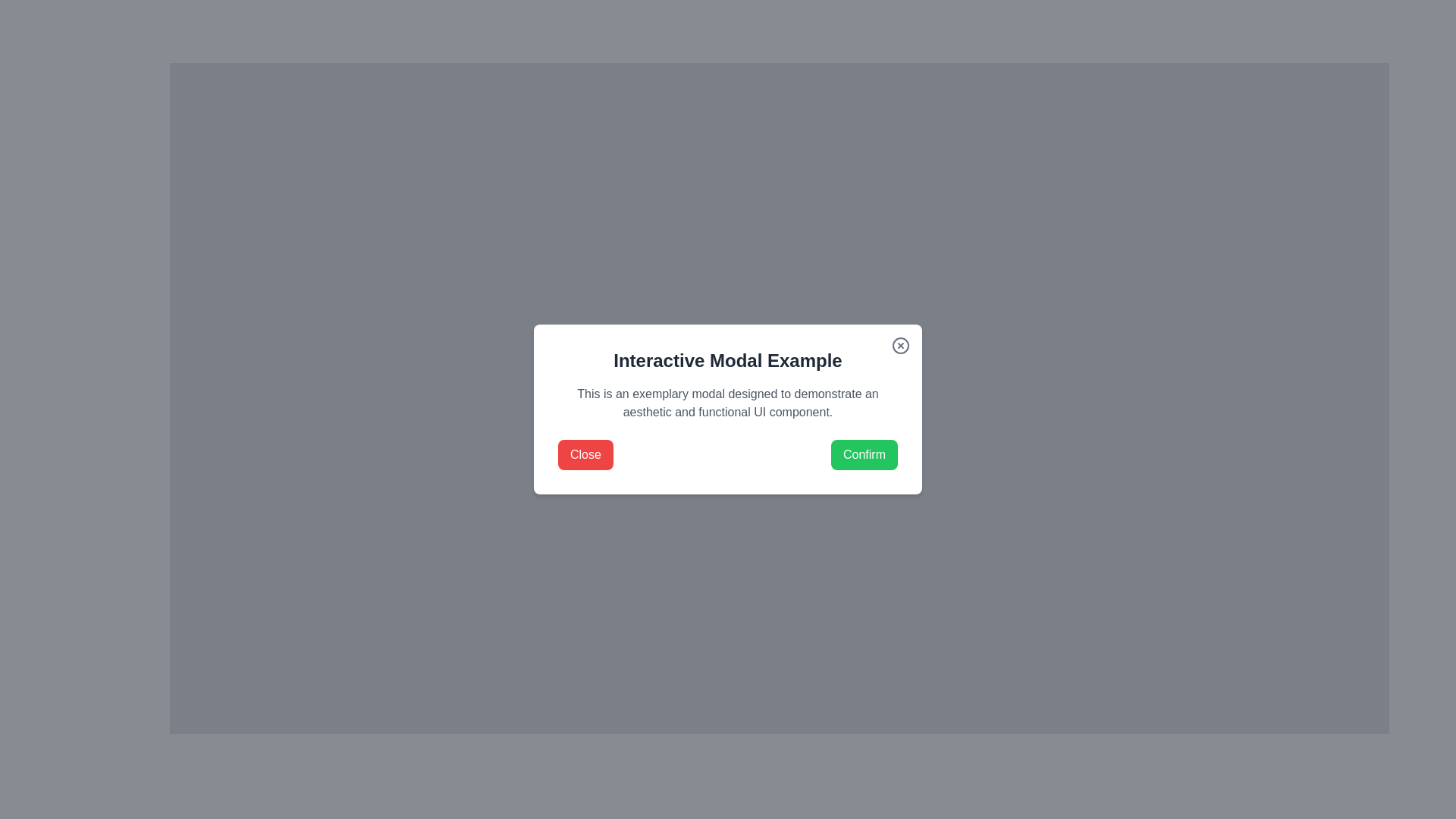  Describe the element at coordinates (585, 454) in the screenshot. I see `the red rectangular button labeled 'Close' to observe the hover effects` at that location.